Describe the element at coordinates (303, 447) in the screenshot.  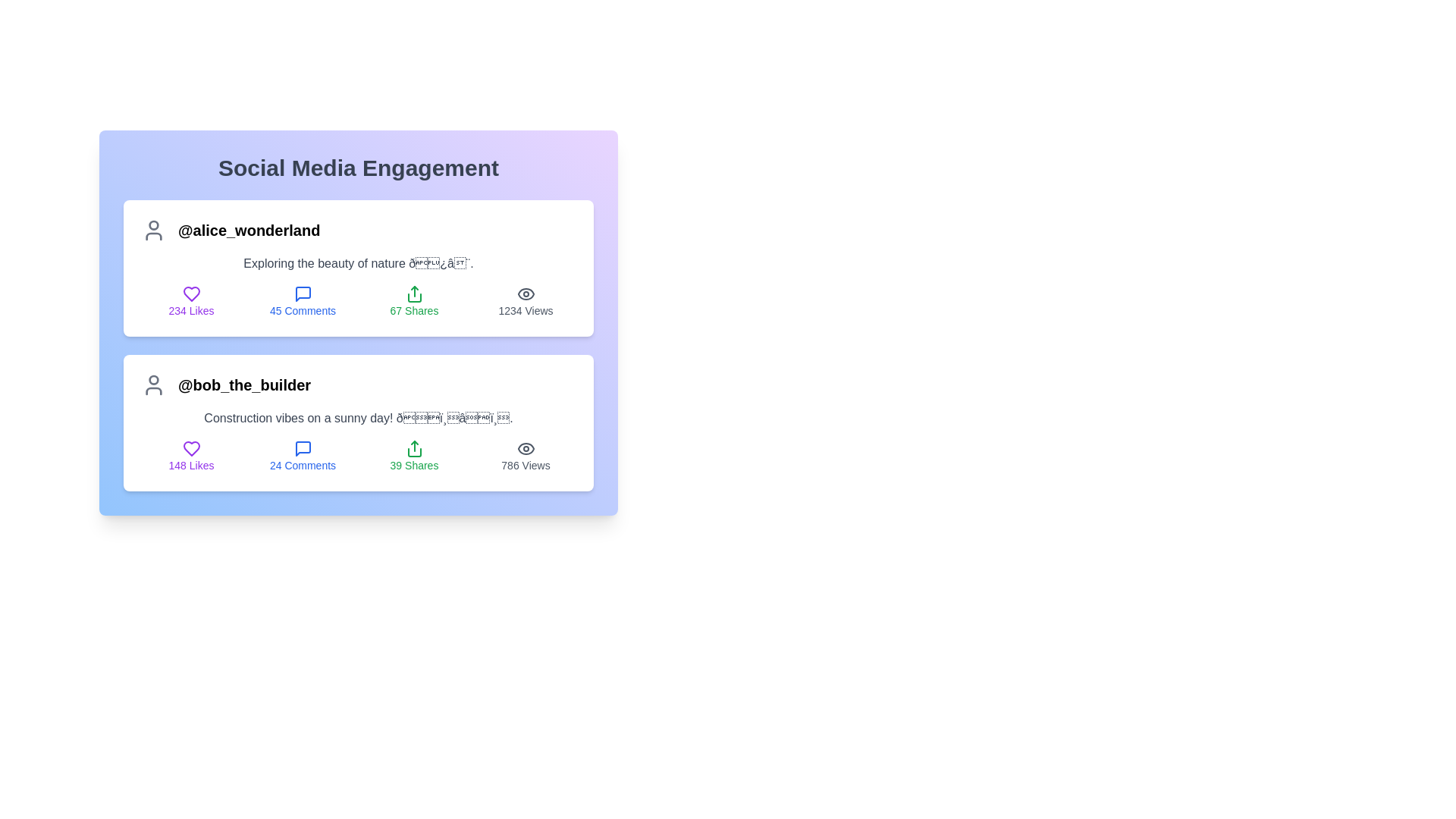
I see `the speech bubble icon representing comments in the '24 Comments' section of the card titled '@bob_the_builder'` at that location.